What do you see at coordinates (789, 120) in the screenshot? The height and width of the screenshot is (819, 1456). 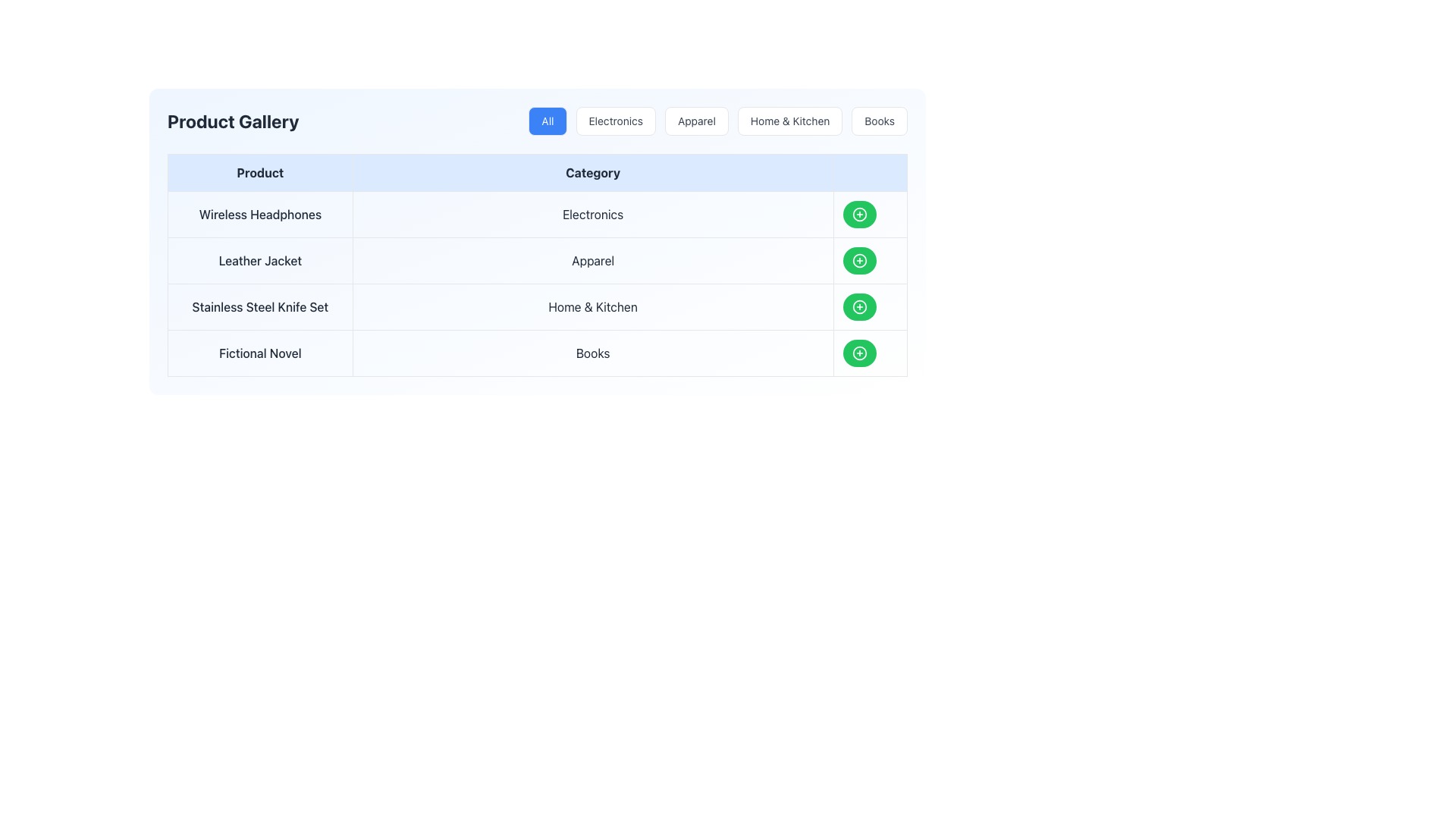 I see `the 'Home & Kitchen' button, which is the fourth button in a horizontal list, located between 'Apparel' and 'Books' at the top-central area of the interface` at bounding box center [789, 120].